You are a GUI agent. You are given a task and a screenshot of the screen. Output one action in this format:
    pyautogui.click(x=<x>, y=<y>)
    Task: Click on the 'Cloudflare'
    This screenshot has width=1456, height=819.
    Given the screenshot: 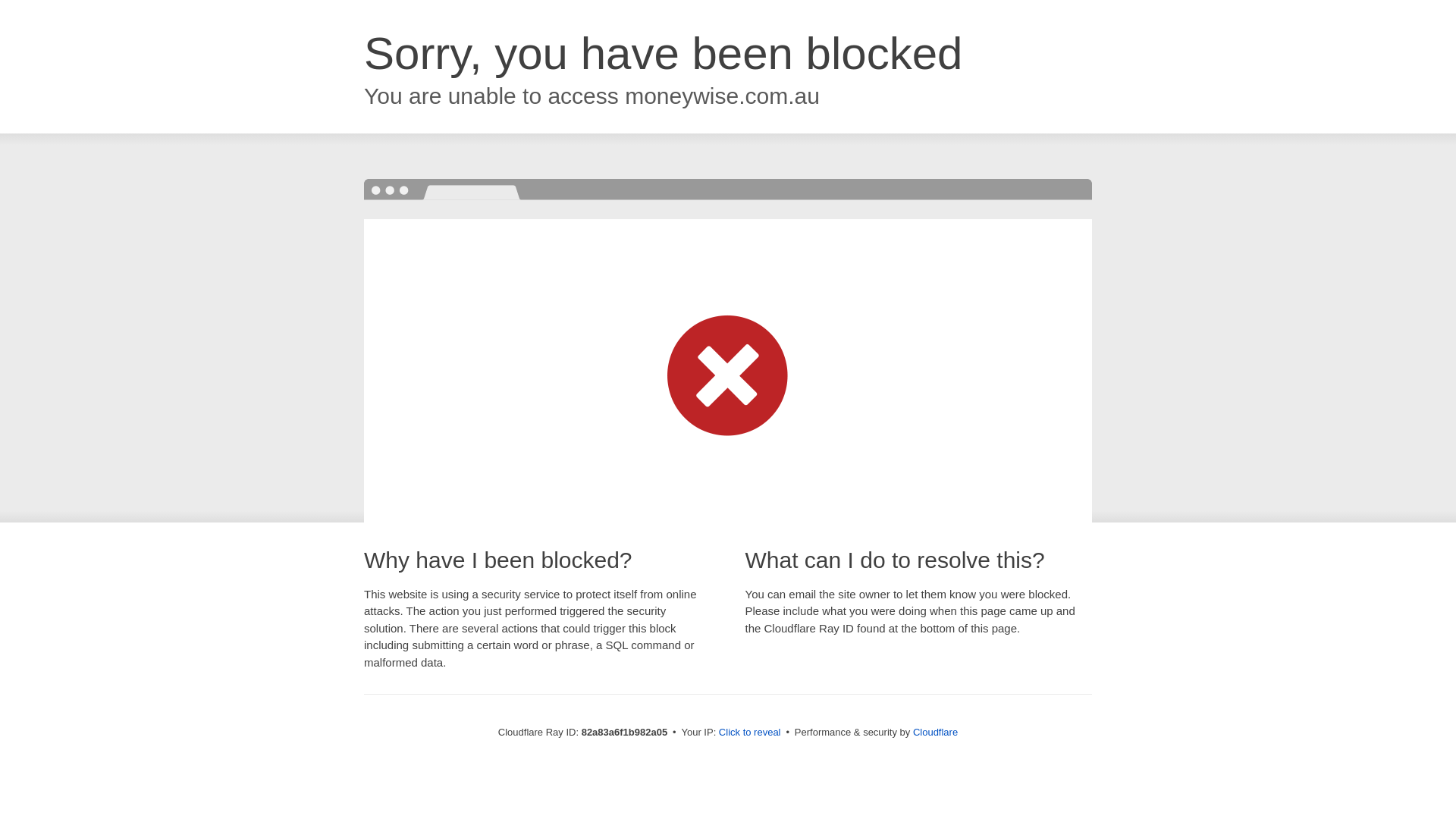 What is the action you would take?
    pyautogui.click(x=934, y=731)
    